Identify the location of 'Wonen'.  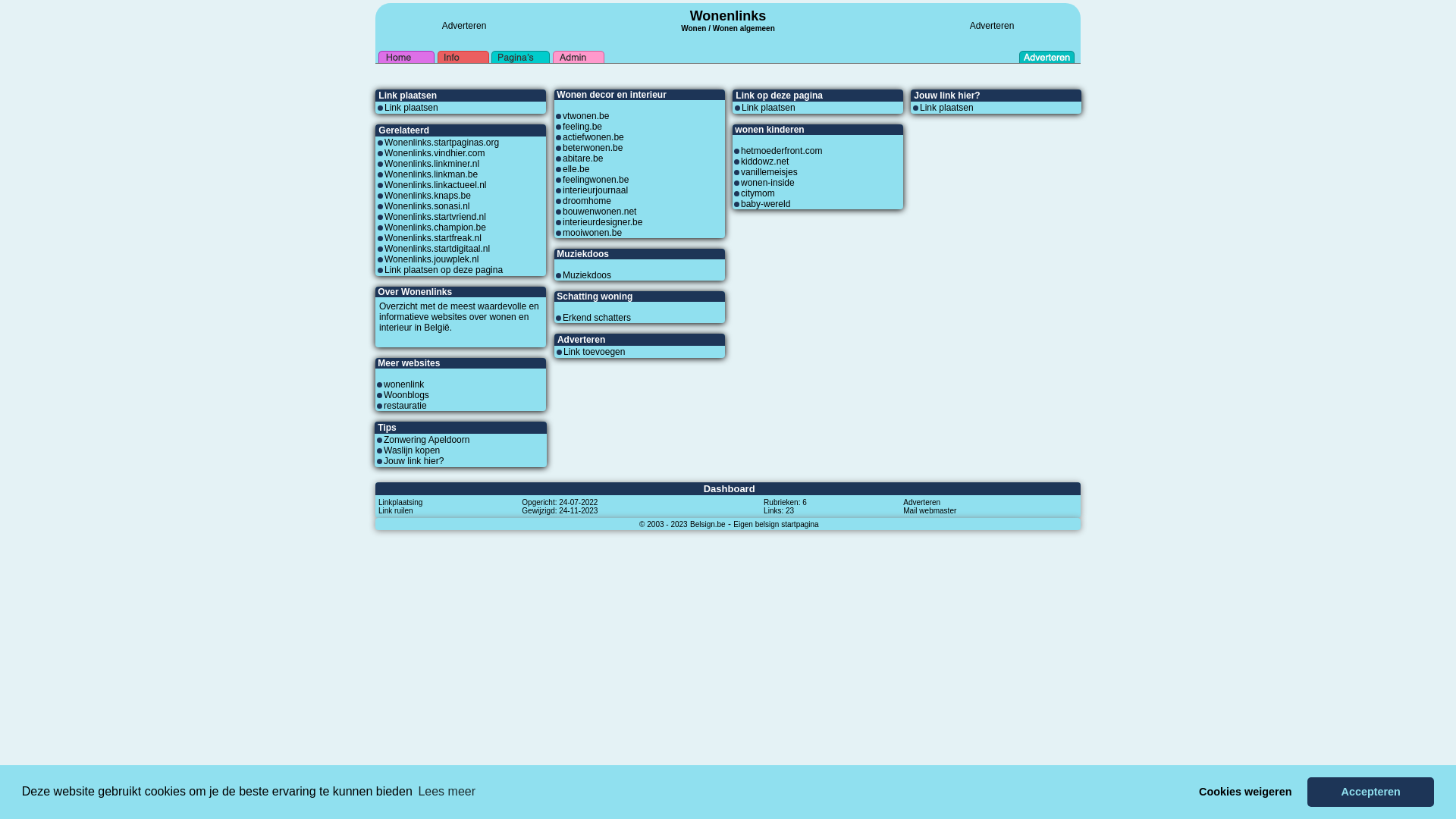
(679, 26).